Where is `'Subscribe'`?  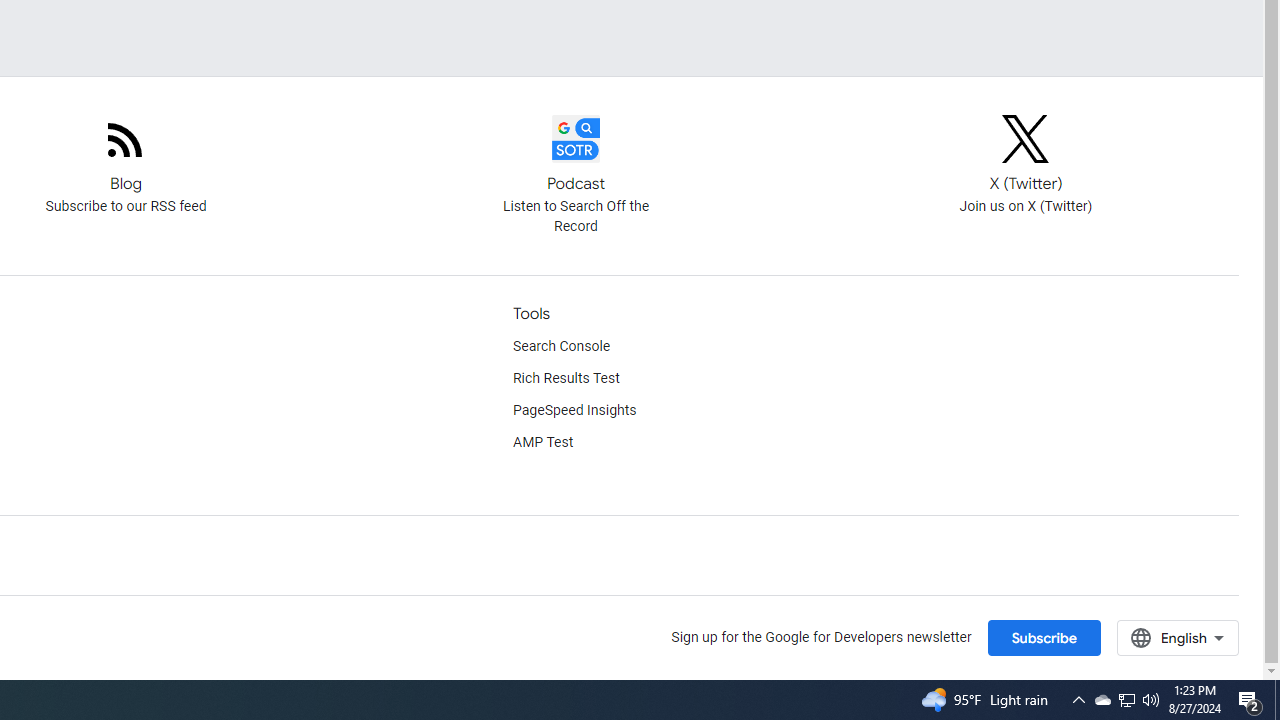
'Subscribe' is located at coordinates (1042, 637).